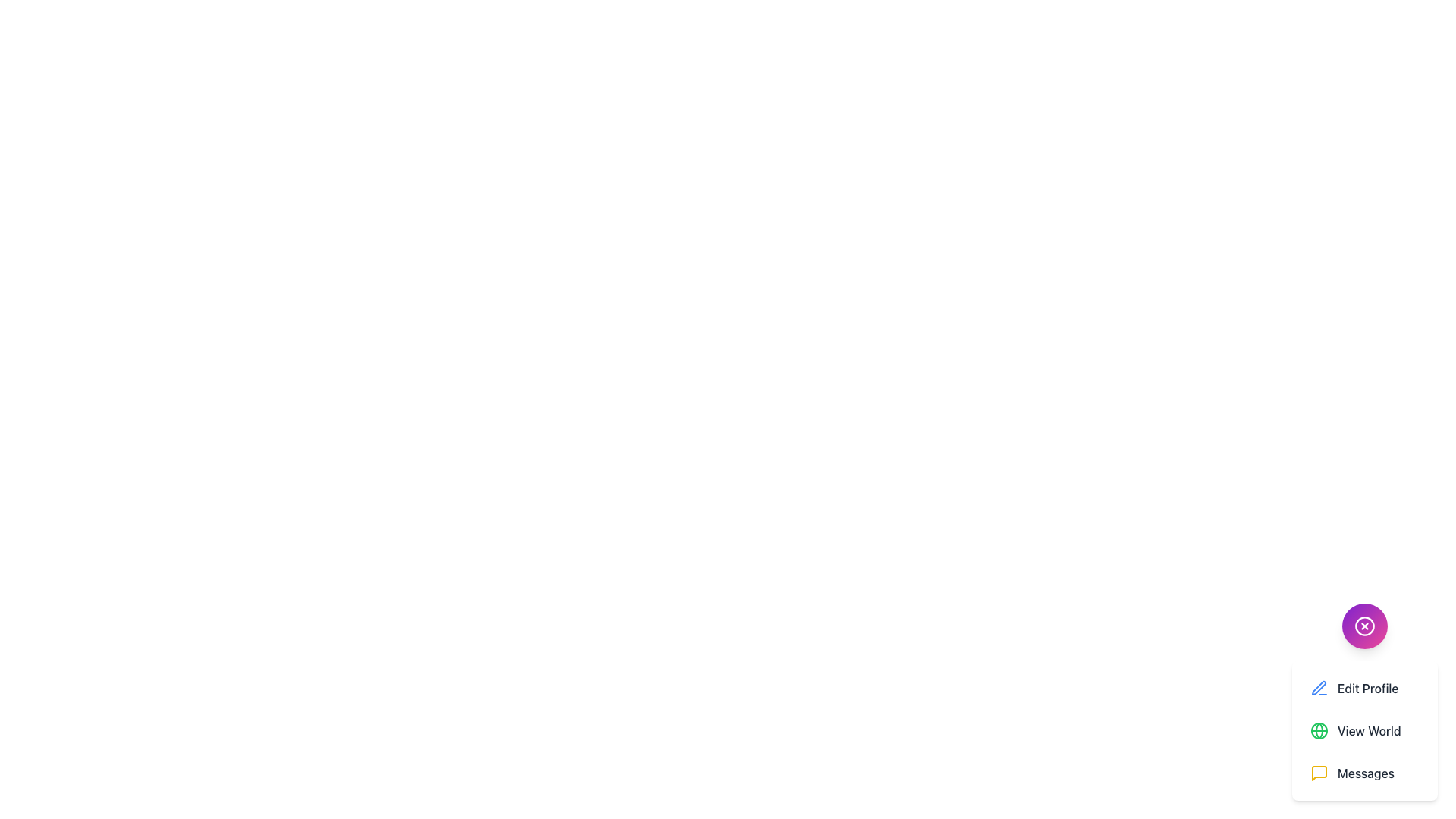  What do you see at coordinates (1318, 773) in the screenshot?
I see `the speech bubble icon representing the 'Messages' option at the bottom right of the menu` at bounding box center [1318, 773].